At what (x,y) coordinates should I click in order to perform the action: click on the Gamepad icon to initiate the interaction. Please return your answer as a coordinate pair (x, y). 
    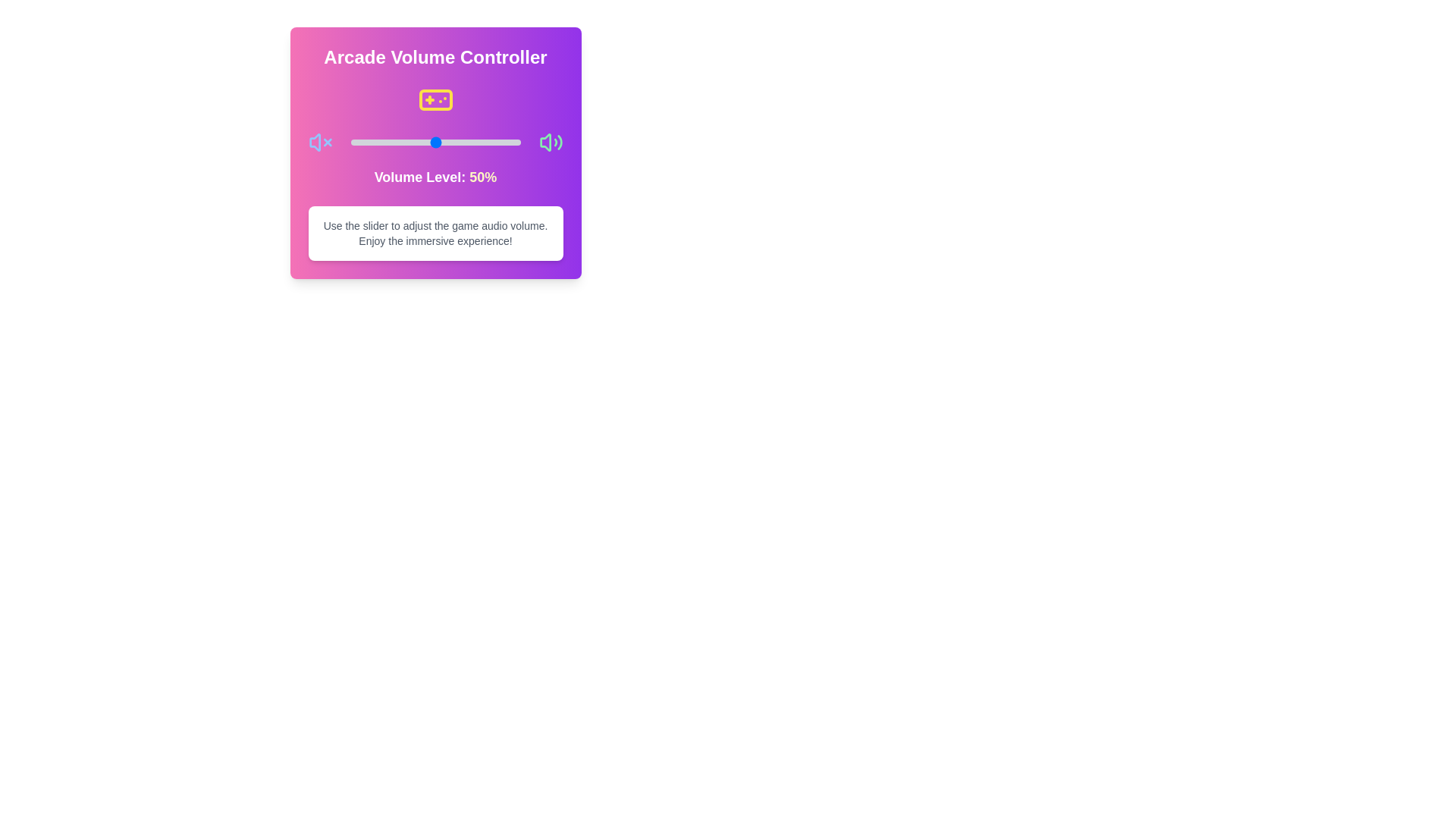
    Looking at the image, I should click on (435, 99).